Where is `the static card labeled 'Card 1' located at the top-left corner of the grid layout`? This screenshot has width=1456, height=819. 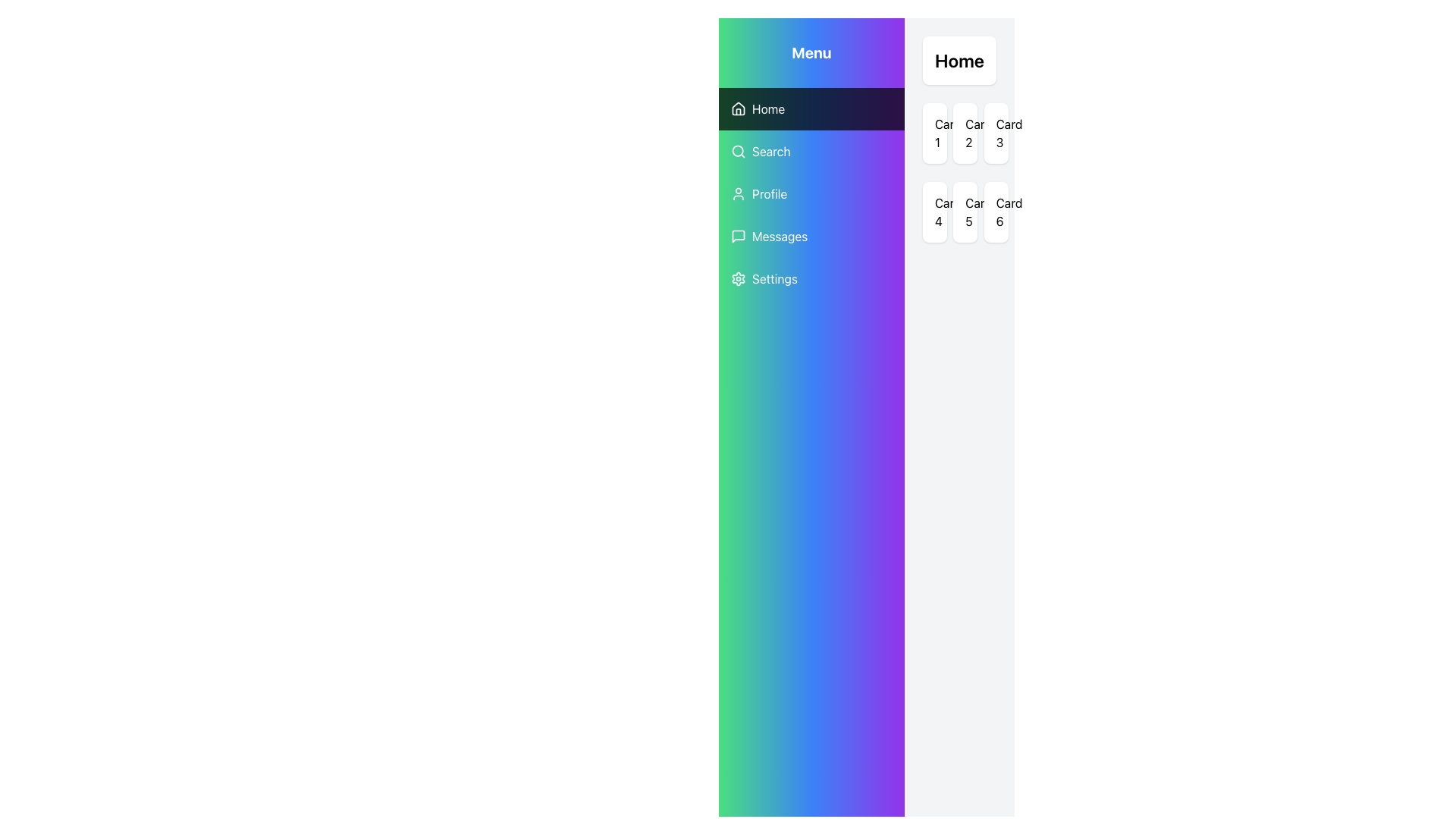 the static card labeled 'Card 1' located at the top-left corner of the grid layout is located at coordinates (934, 133).